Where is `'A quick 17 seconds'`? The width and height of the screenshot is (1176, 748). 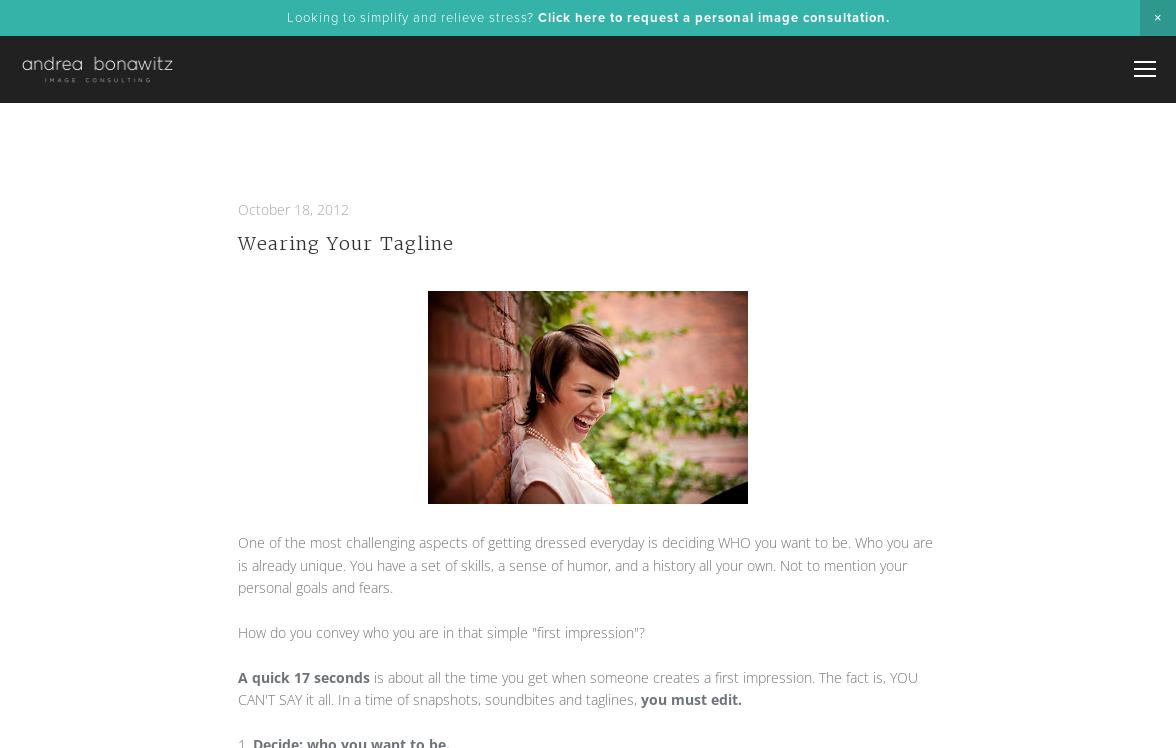 'A quick 17 seconds' is located at coordinates (303, 676).